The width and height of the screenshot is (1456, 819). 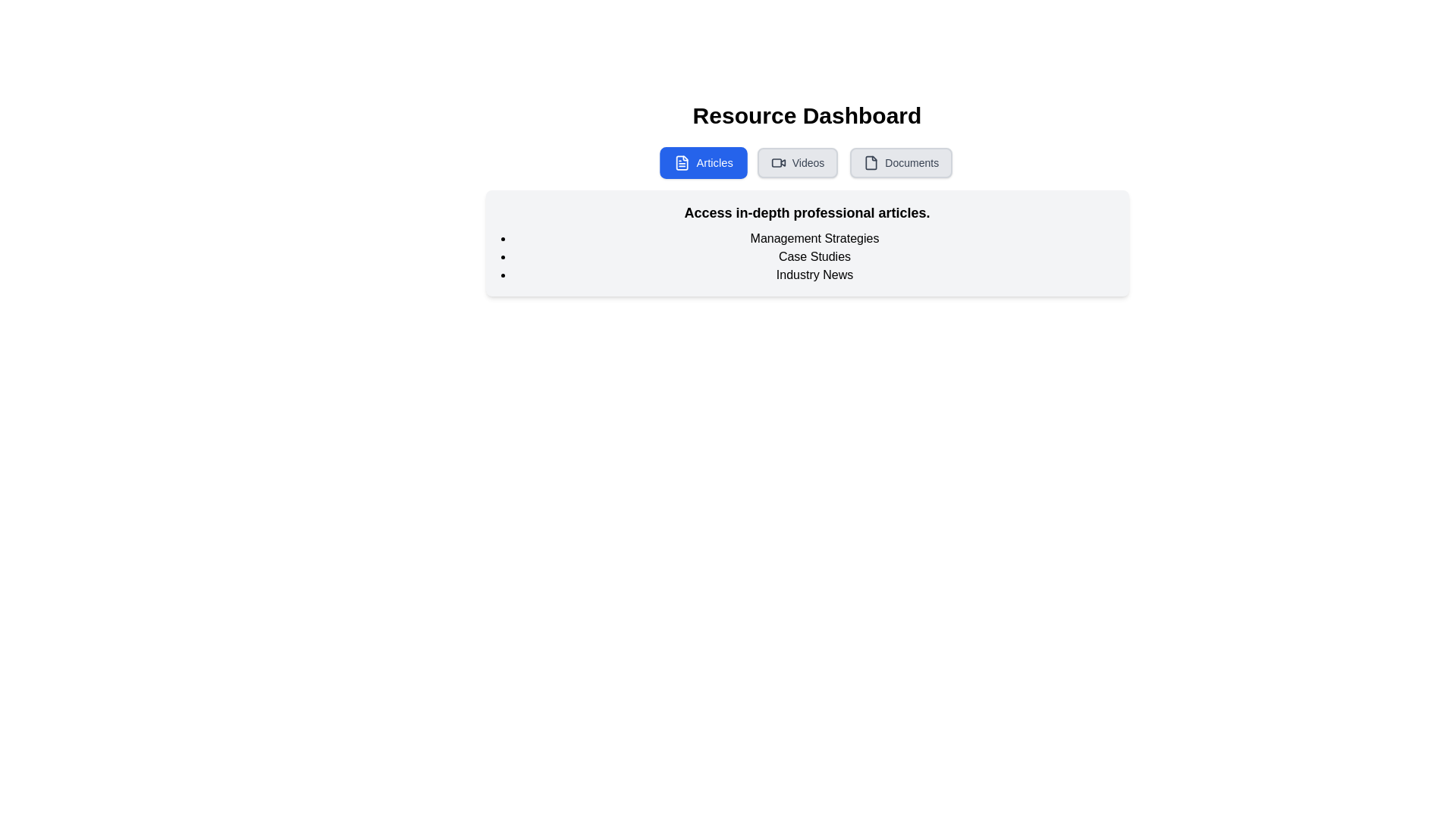 What do you see at coordinates (814, 256) in the screenshot?
I see `the 'Case Studies' list item which is the second item in a vertical list` at bounding box center [814, 256].